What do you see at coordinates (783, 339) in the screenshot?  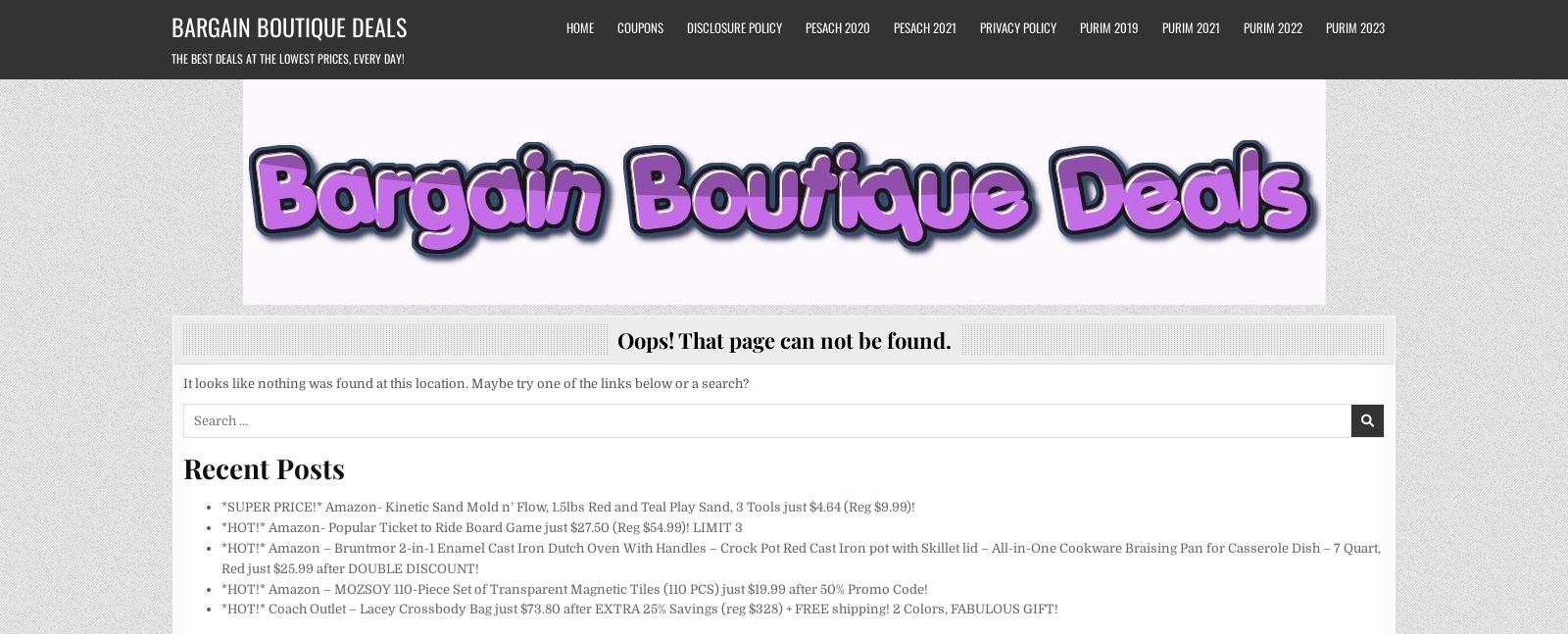 I see `'Oops! That page can not be found.'` at bounding box center [783, 339].